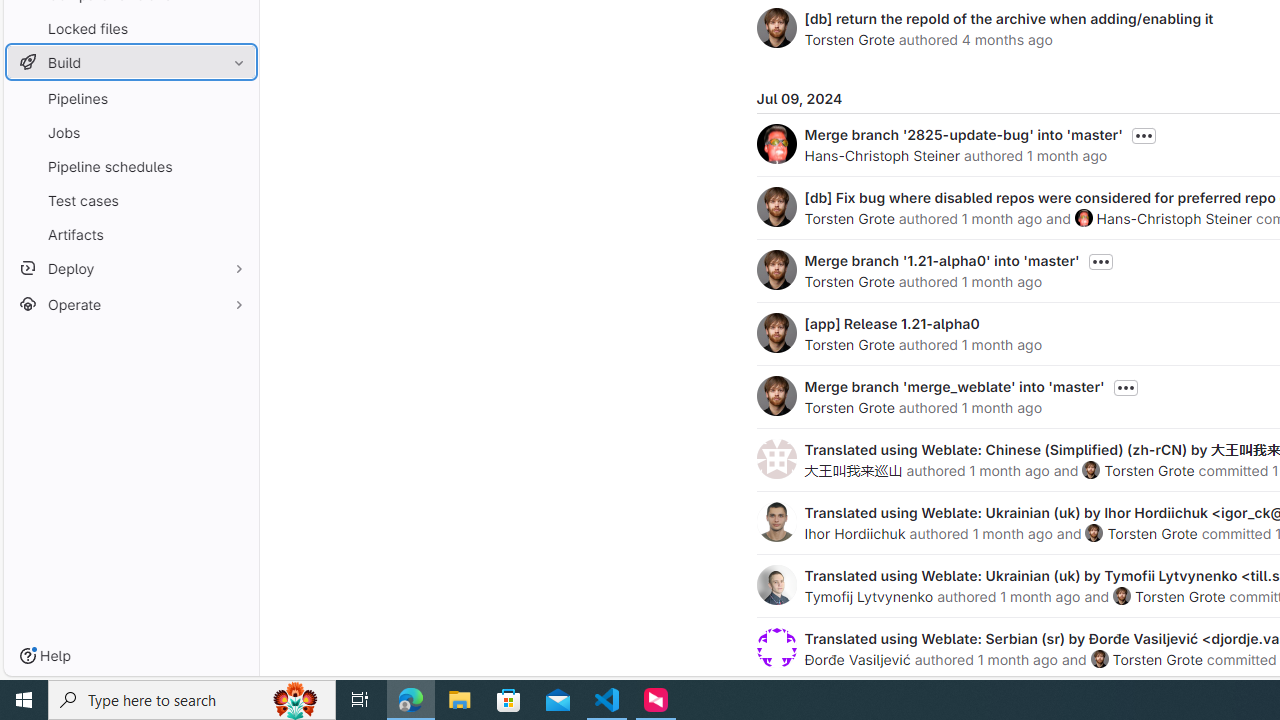 The height and width of the screenshot is (720, 1280). I want to click on 'Pin Pipelines', so click(234, 98).